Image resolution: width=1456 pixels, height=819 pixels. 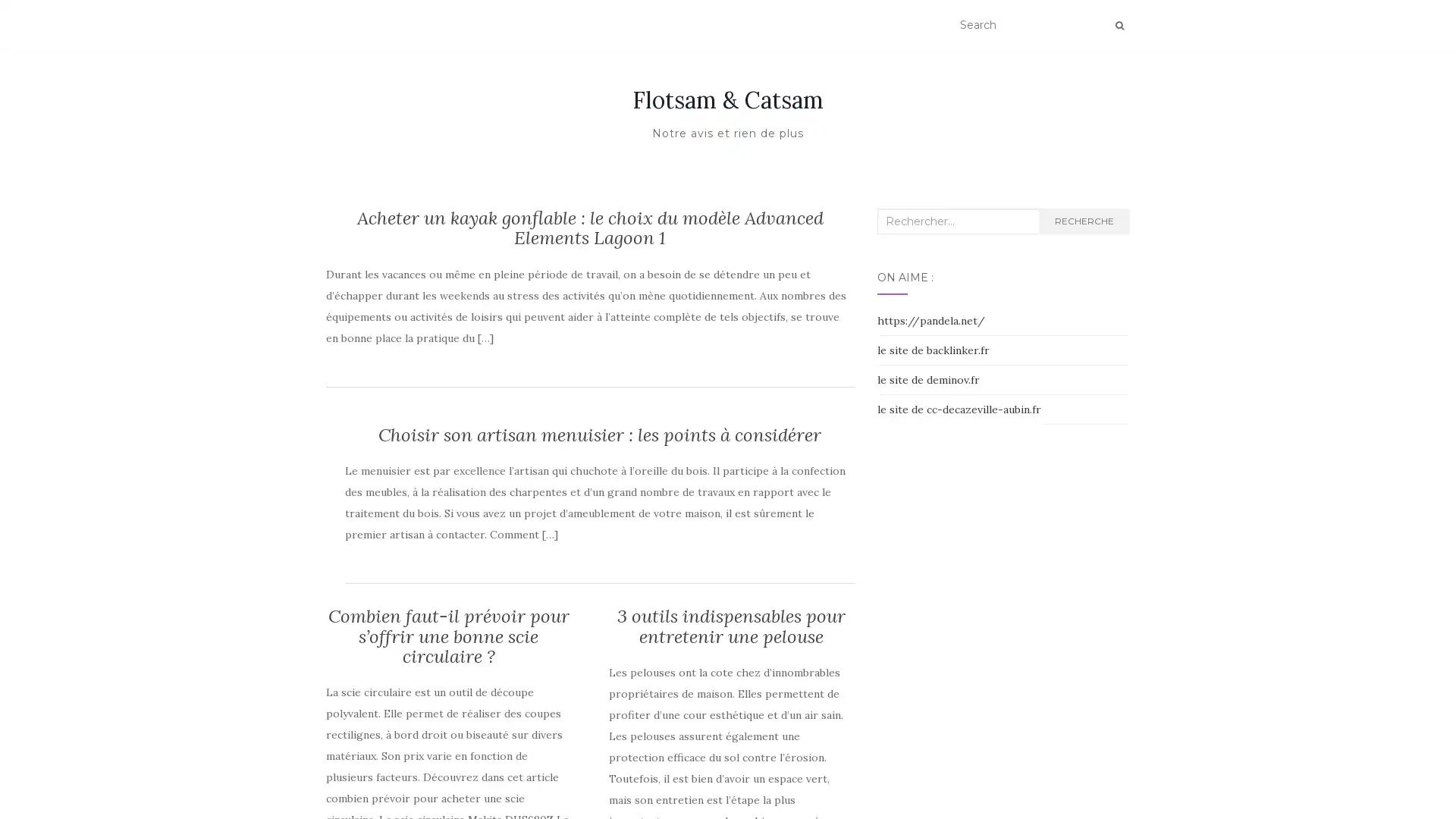 I want to click on RECHERCHE, so click(x=1083, y=221).